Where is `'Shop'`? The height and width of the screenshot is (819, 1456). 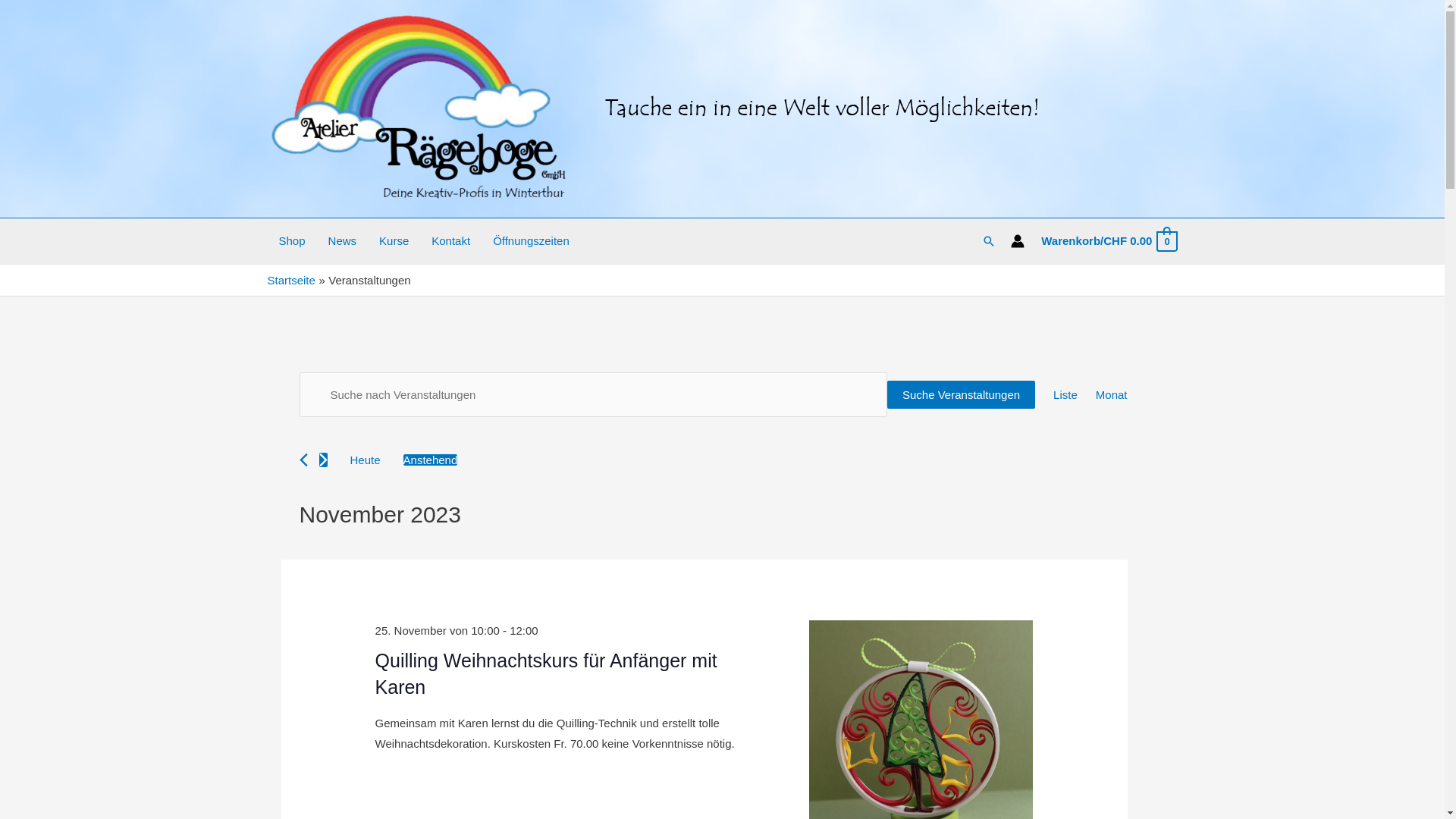 'Shop' is located at coordinates (291, 240).